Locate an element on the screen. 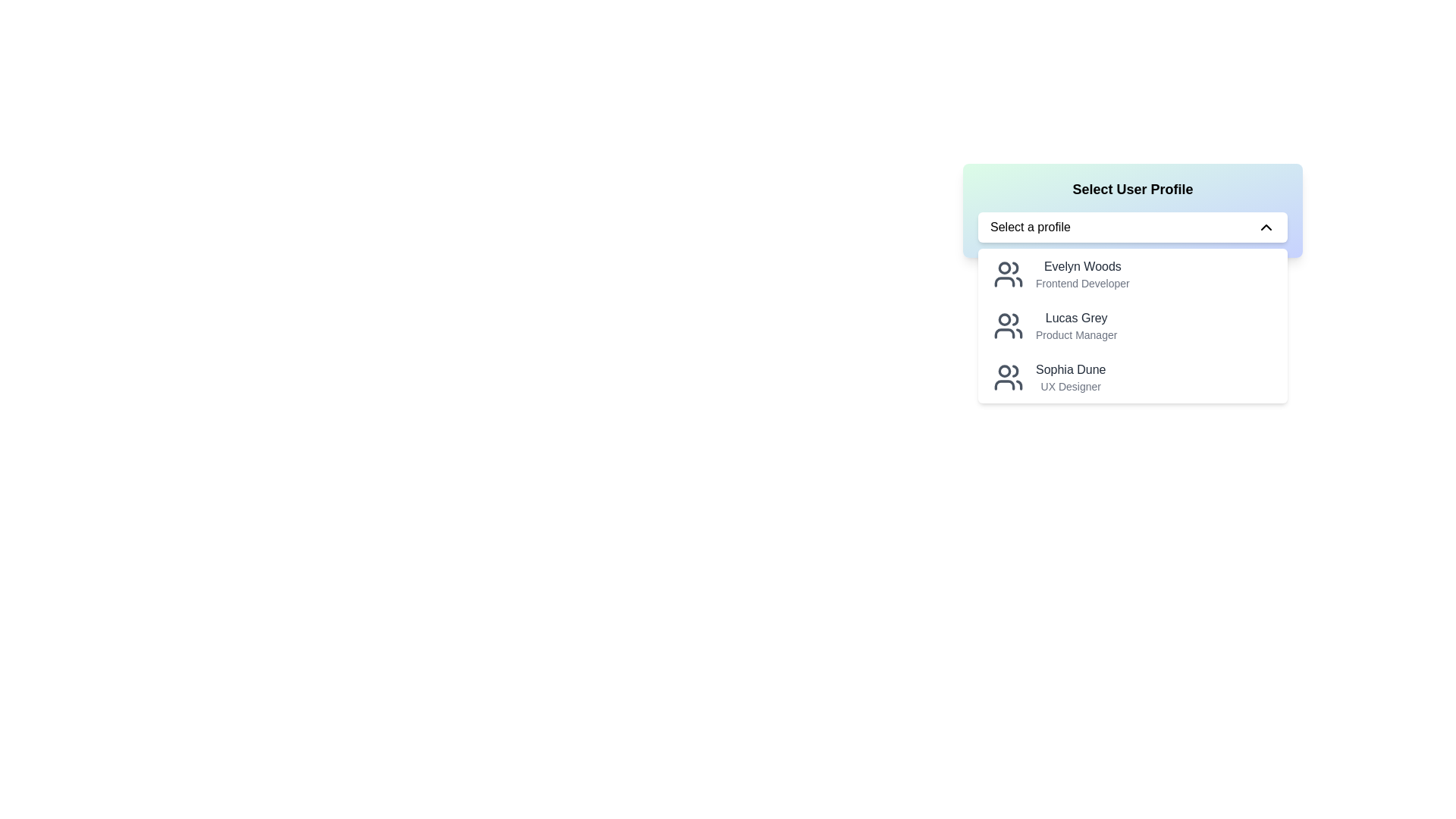  the text label that prompts the user to select a profile, which is located in the left section of the dropdown component, aligned with a chevron icon is located at coordinates (1030, 227).